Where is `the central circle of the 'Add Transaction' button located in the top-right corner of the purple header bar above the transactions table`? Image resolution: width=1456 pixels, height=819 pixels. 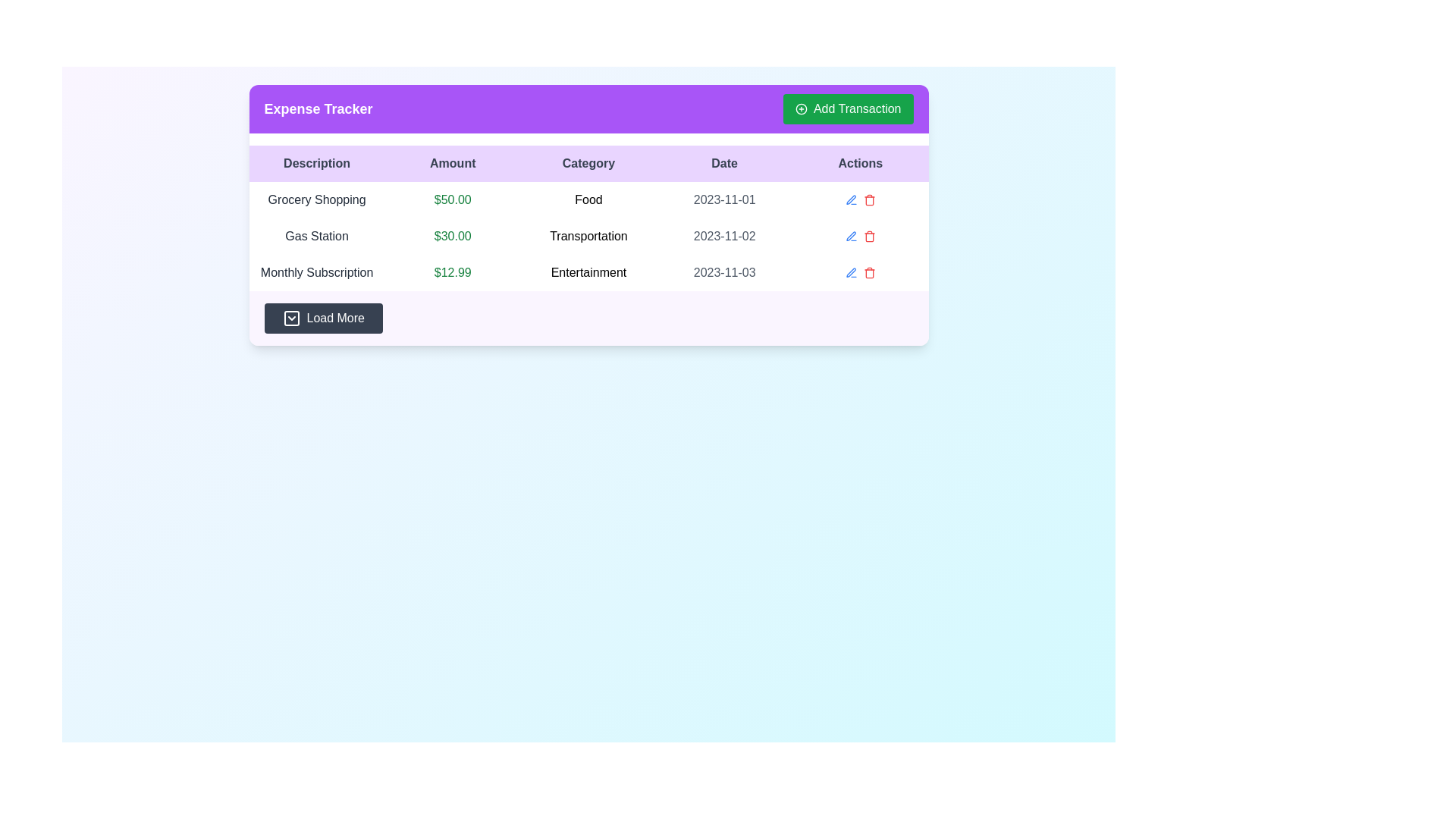 the central circle of the 'Add Transaction' button located in the top-right corner of the purple header bar above the transactions table is located at coordinates (800, 108).